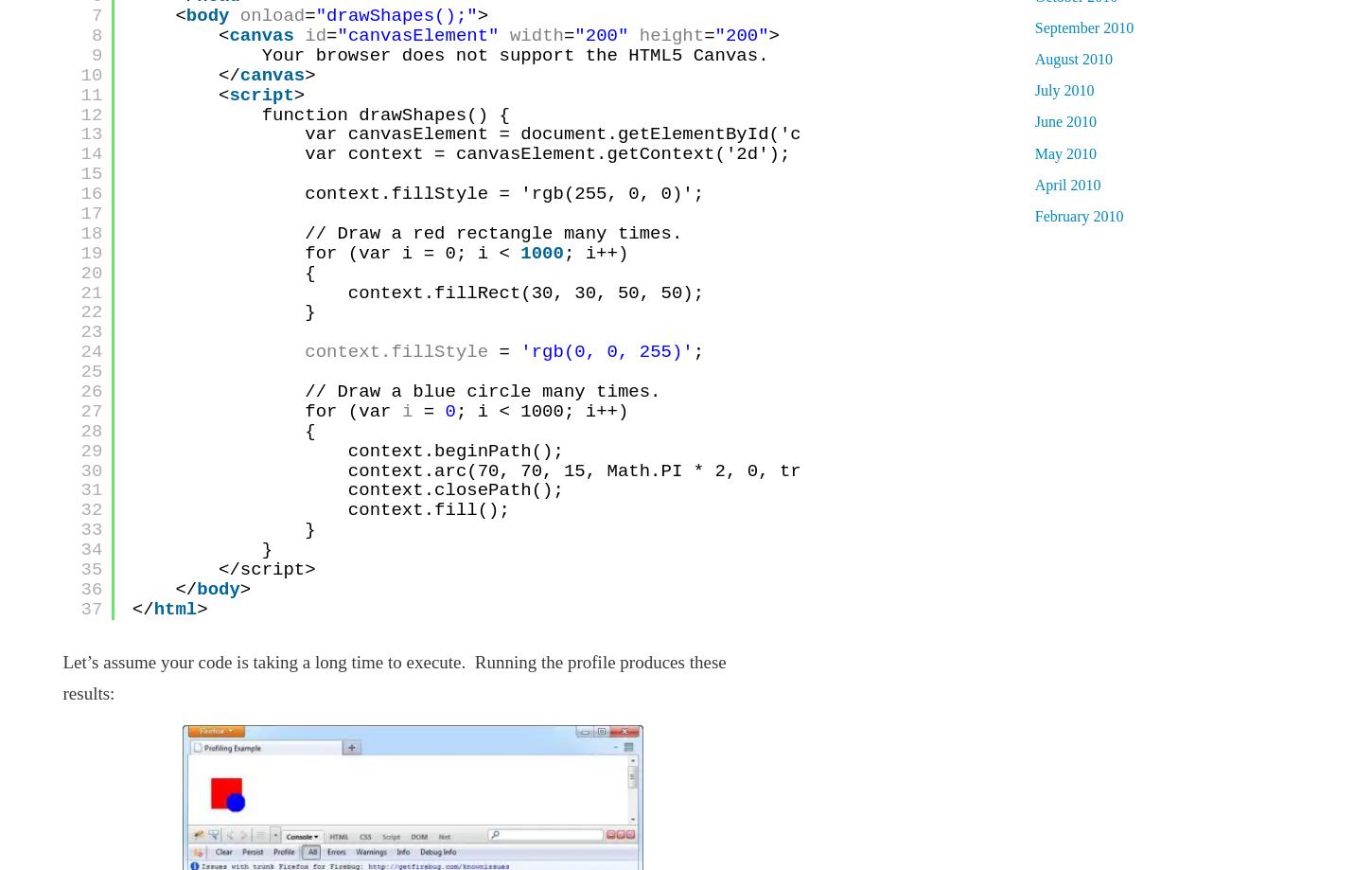  I want to click on 'July 2010', so click(1063, 89).